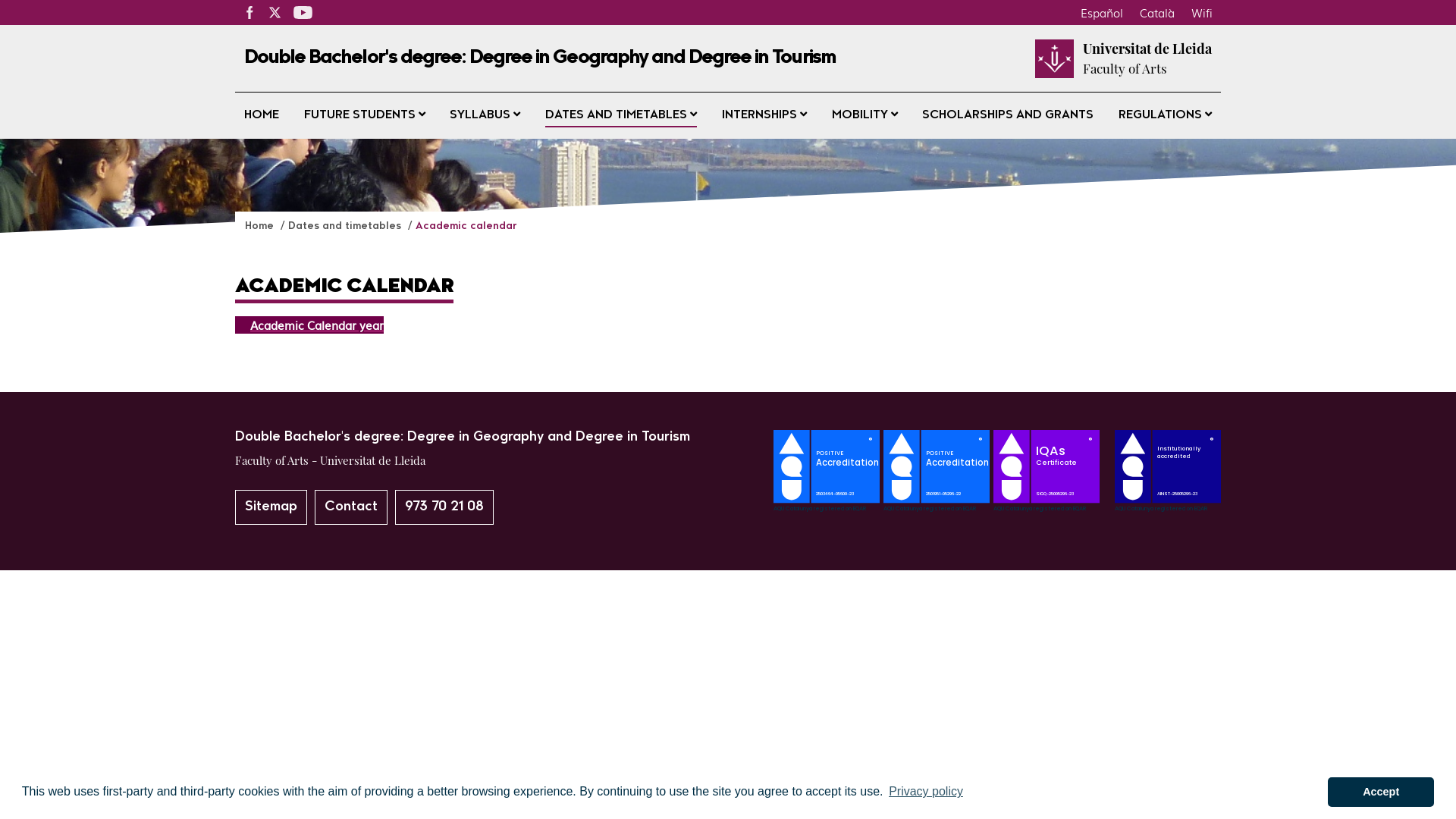 This screenshot has height=819, width=1456. Describe the element at coordinates (350, 507) in the screenshot. I see `'Contact'` at that location.